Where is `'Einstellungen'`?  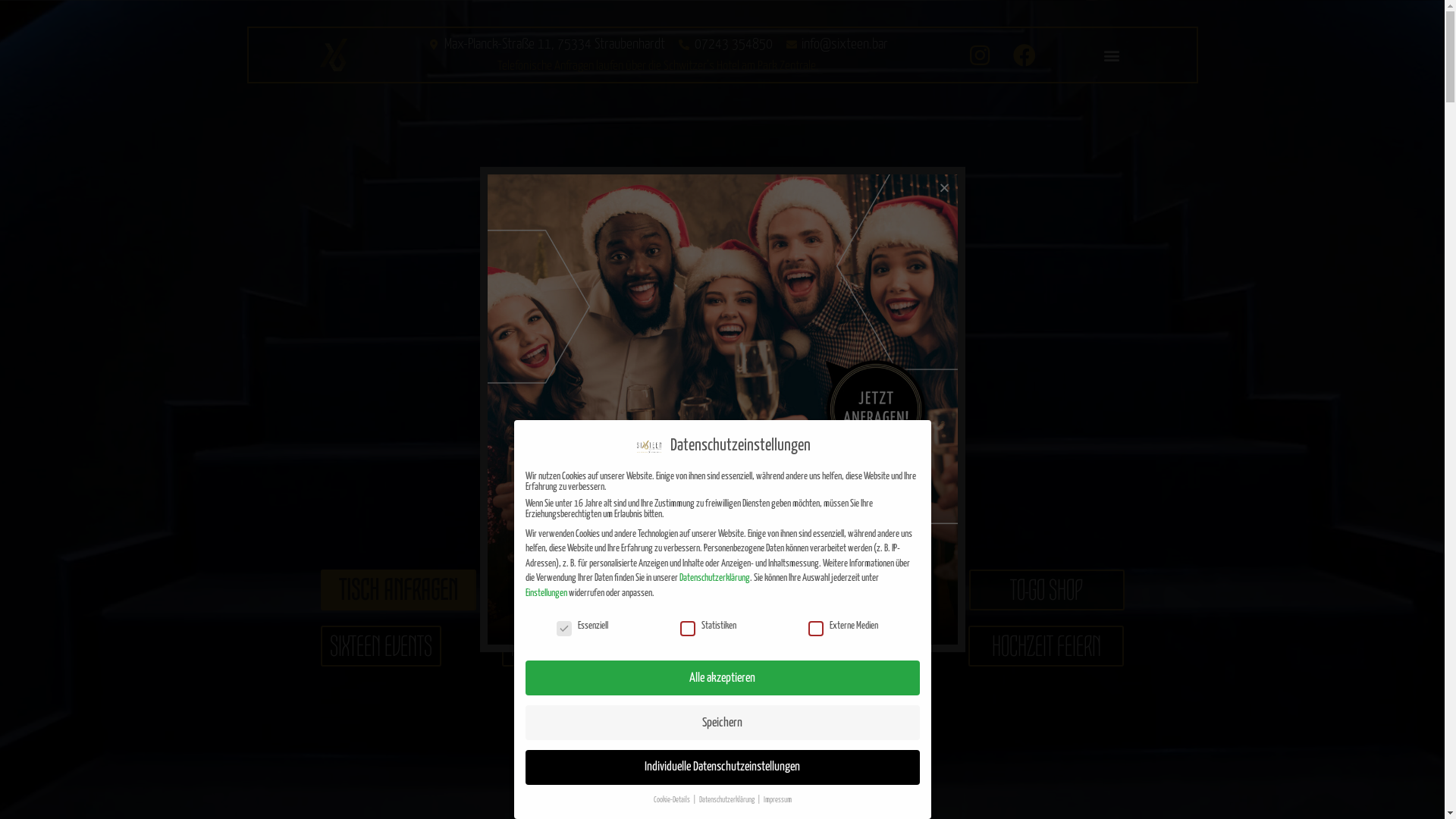 'Einstellungen' is located at coordinates (545, 592).